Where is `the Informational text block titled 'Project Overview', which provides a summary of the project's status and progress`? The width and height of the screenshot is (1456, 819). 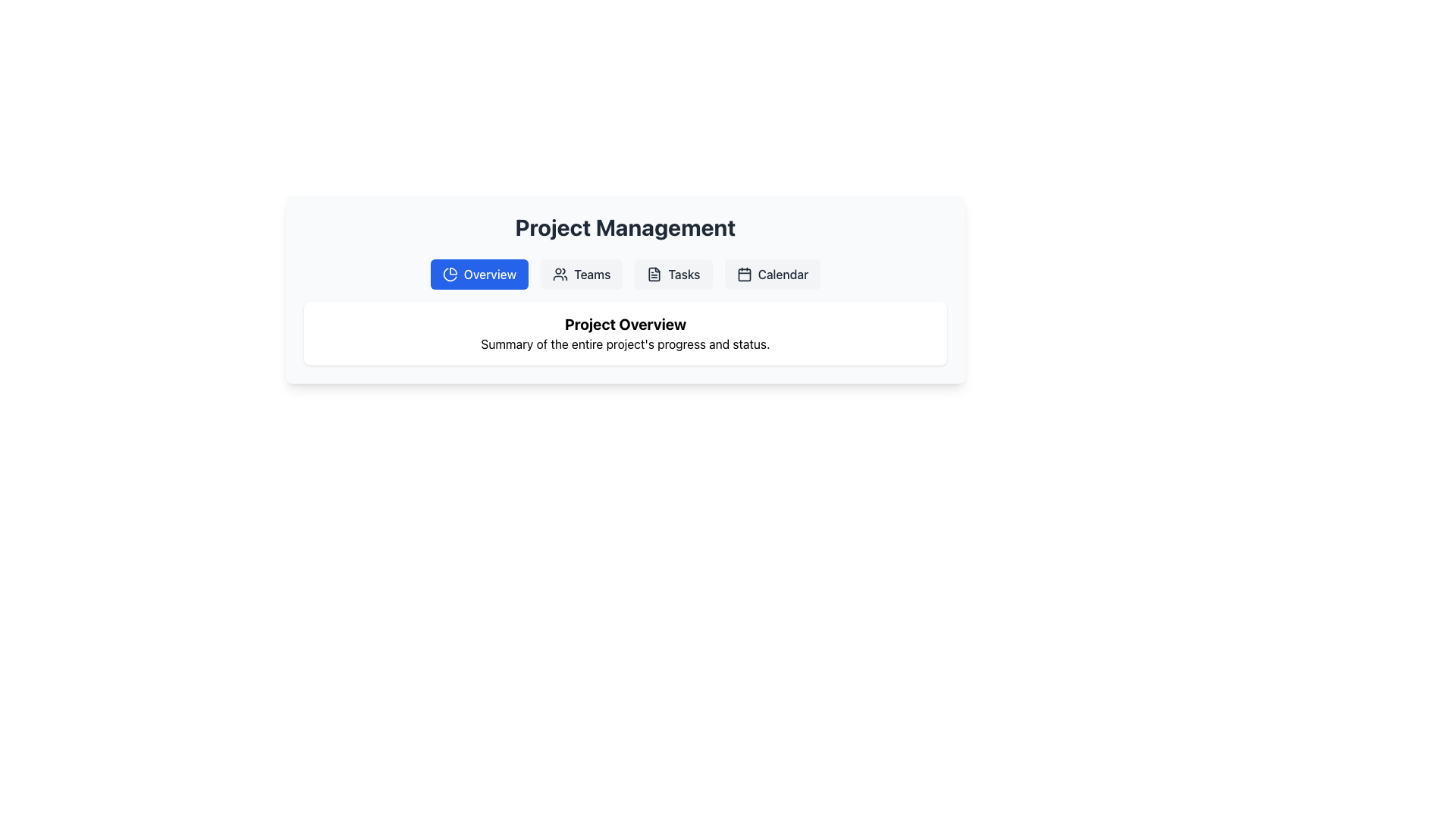 the Informational text block titled 'Project Overview', which provides a summary of the project's status and progress is located at coordinates (626, 332).